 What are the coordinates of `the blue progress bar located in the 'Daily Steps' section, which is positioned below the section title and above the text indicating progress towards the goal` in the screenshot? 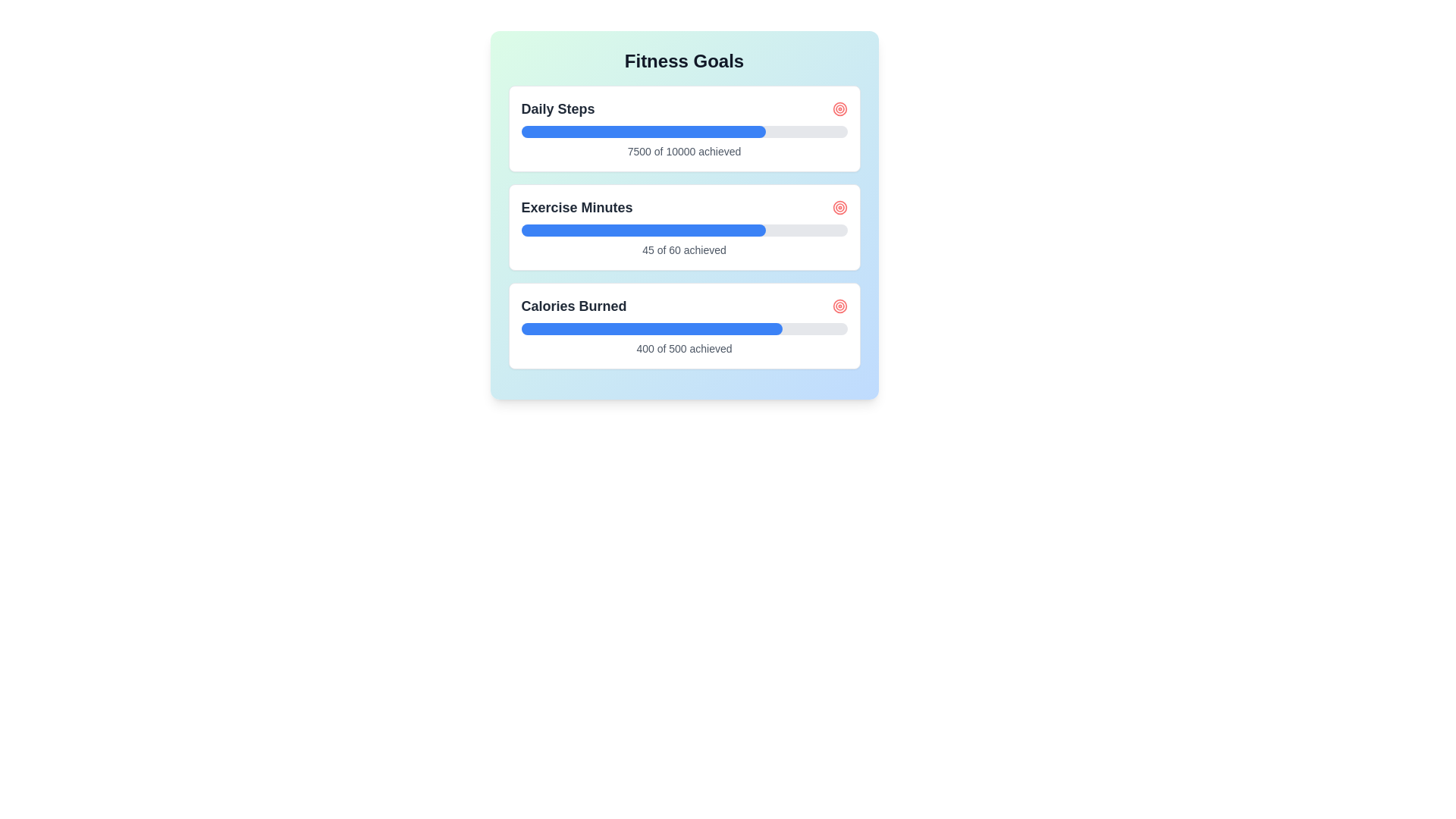 It's located at (643, 130).